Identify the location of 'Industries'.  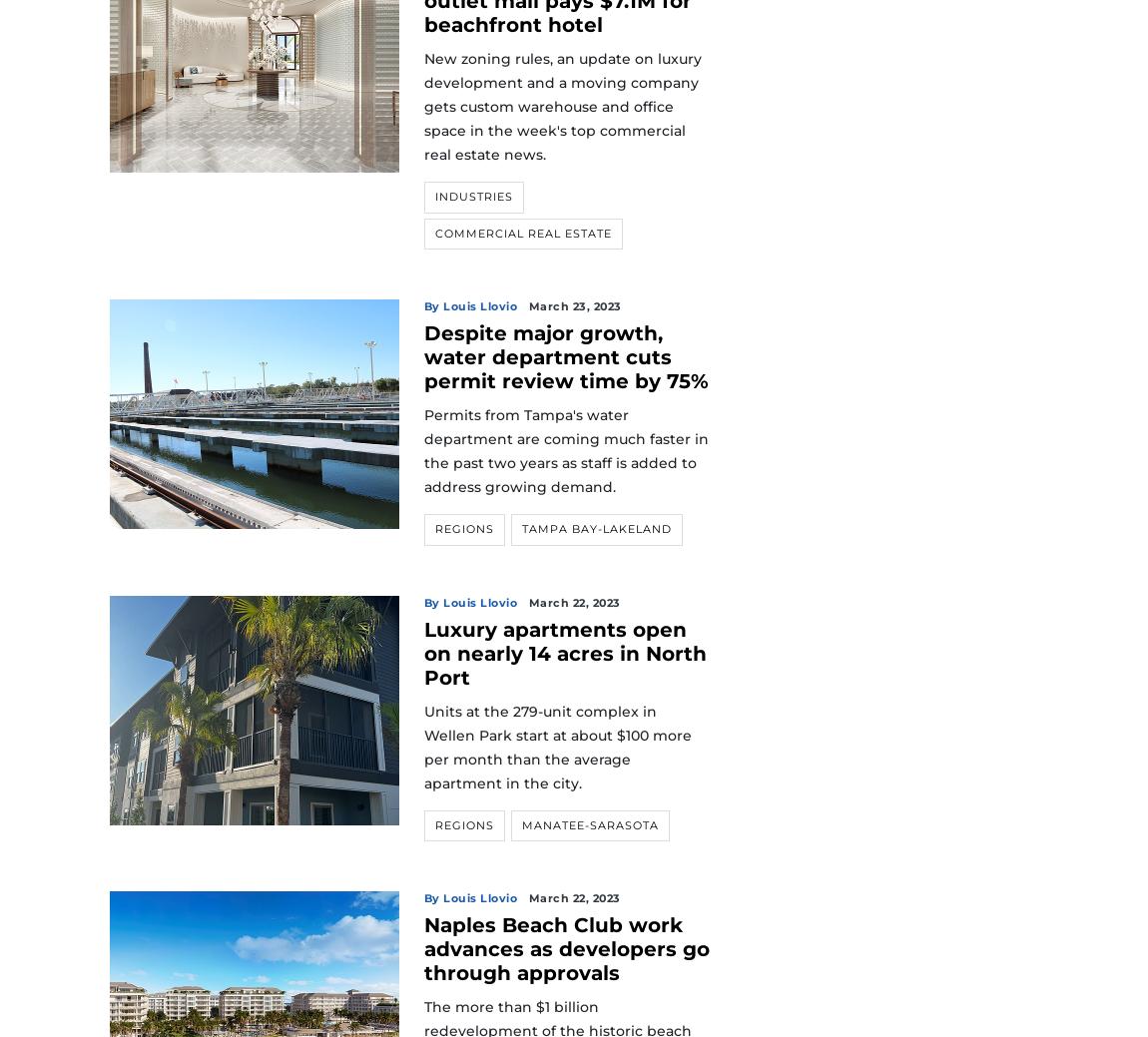
(473, 196).